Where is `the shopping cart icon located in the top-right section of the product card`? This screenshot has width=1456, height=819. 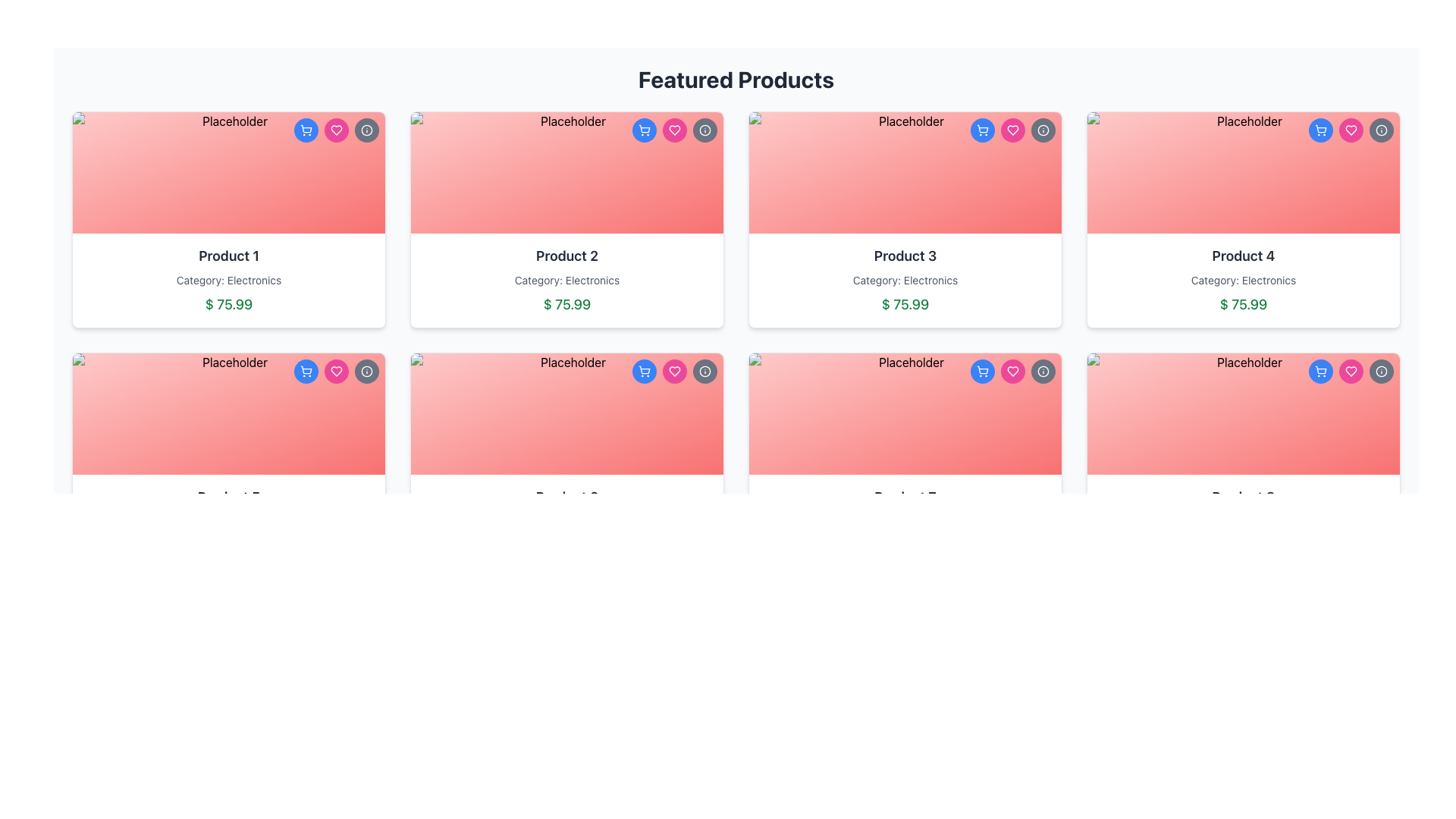 the shopping cart icon located in the top-right section of the product card is located at coordinates (983, 370).